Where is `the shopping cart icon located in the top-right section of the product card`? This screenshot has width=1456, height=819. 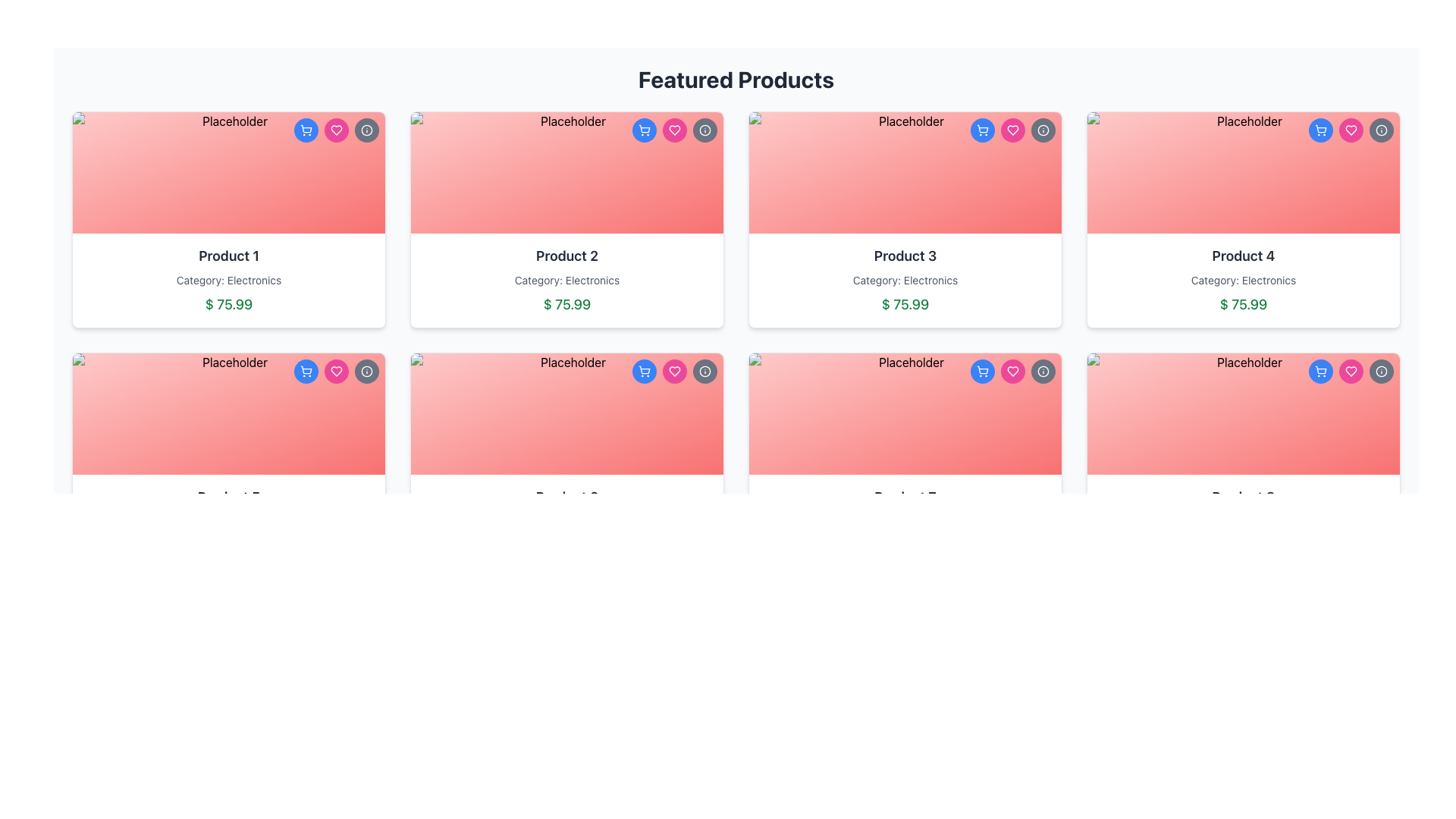 the shopping cart icon located in the top-right section of the product card is located at coordinates (983, 370).